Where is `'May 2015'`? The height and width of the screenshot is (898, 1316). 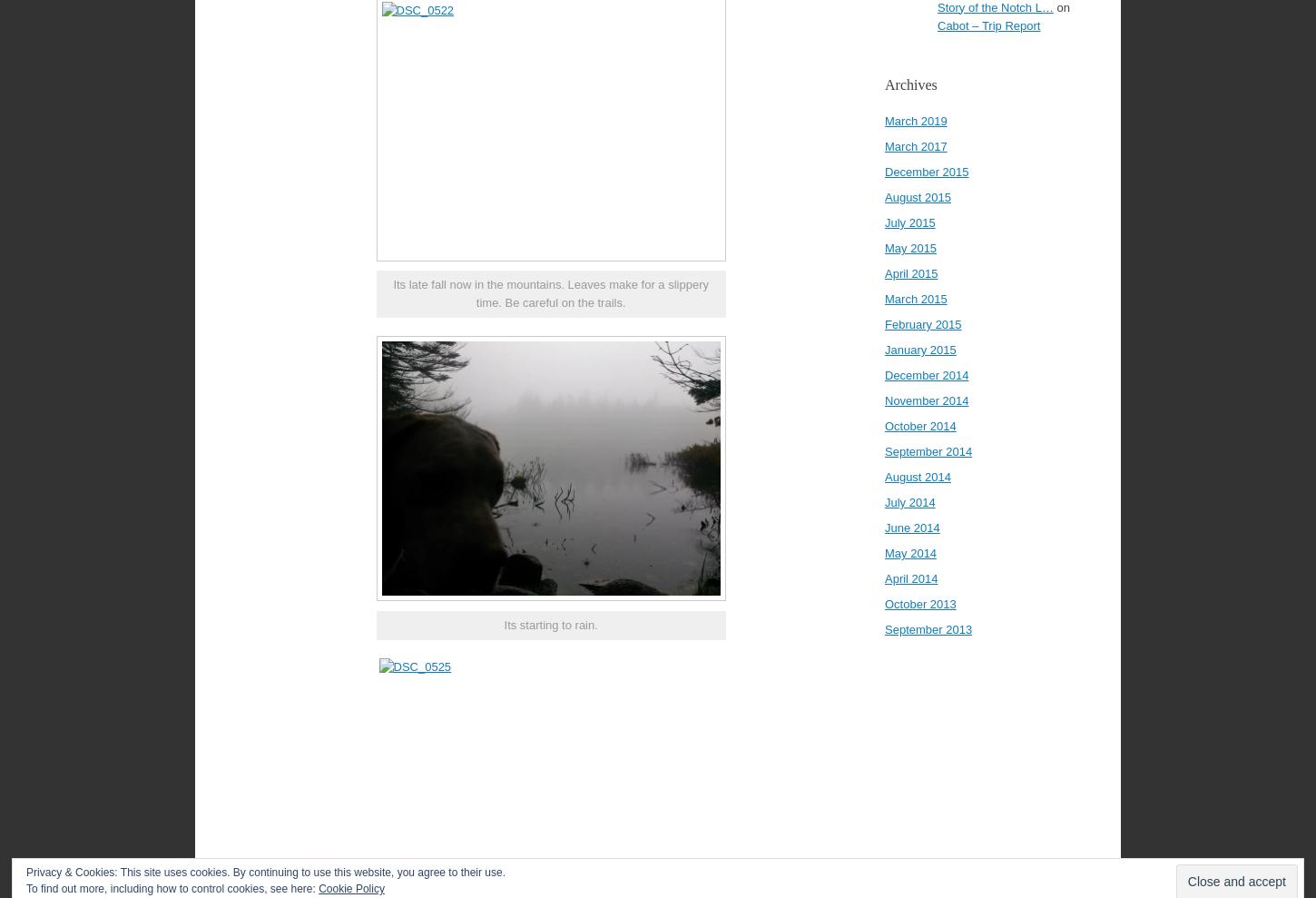
'May 2015' is located at coordinates (910, 247).